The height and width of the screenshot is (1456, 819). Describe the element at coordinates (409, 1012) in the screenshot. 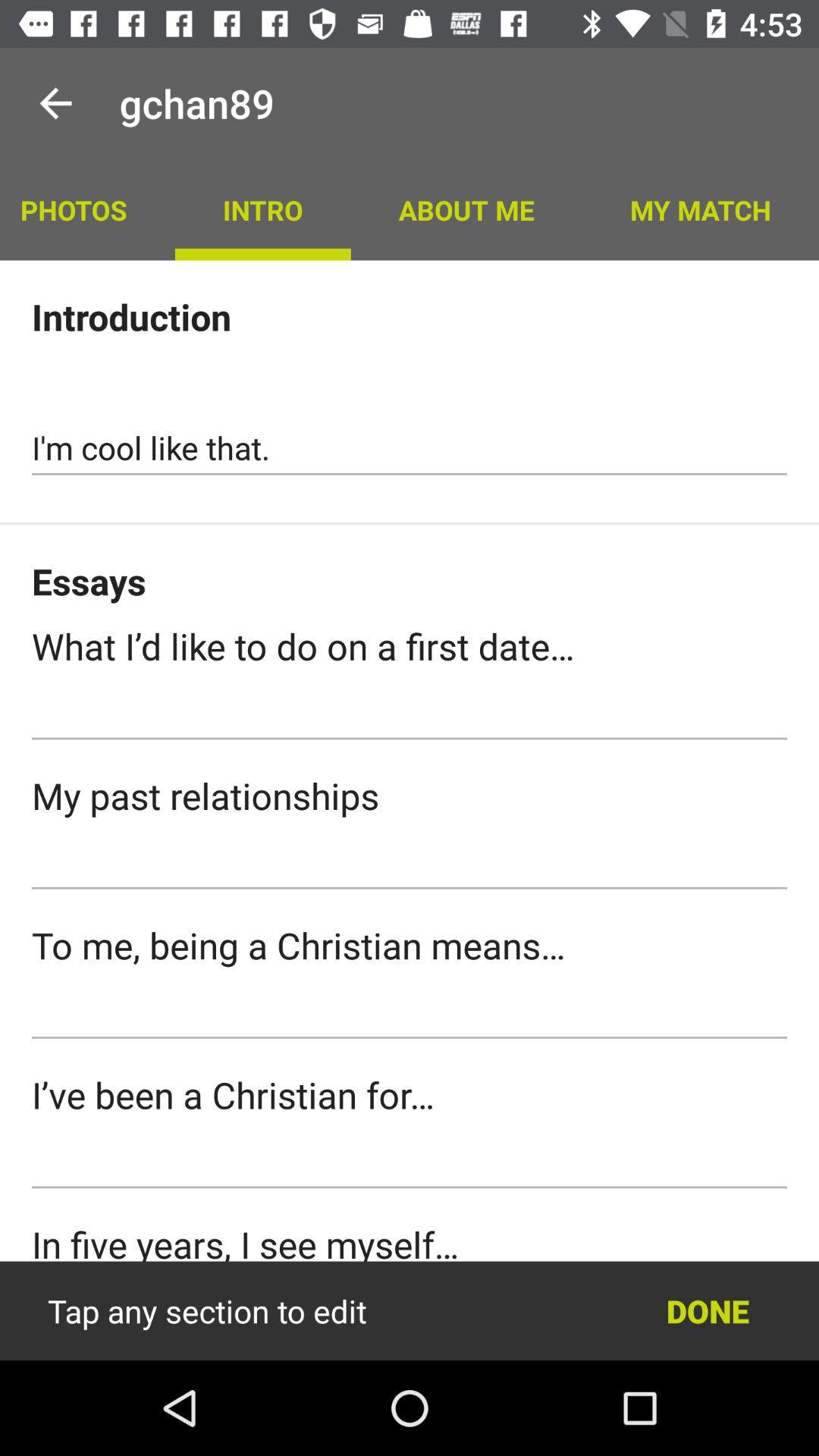

I see `tell what is christmas` at that location.